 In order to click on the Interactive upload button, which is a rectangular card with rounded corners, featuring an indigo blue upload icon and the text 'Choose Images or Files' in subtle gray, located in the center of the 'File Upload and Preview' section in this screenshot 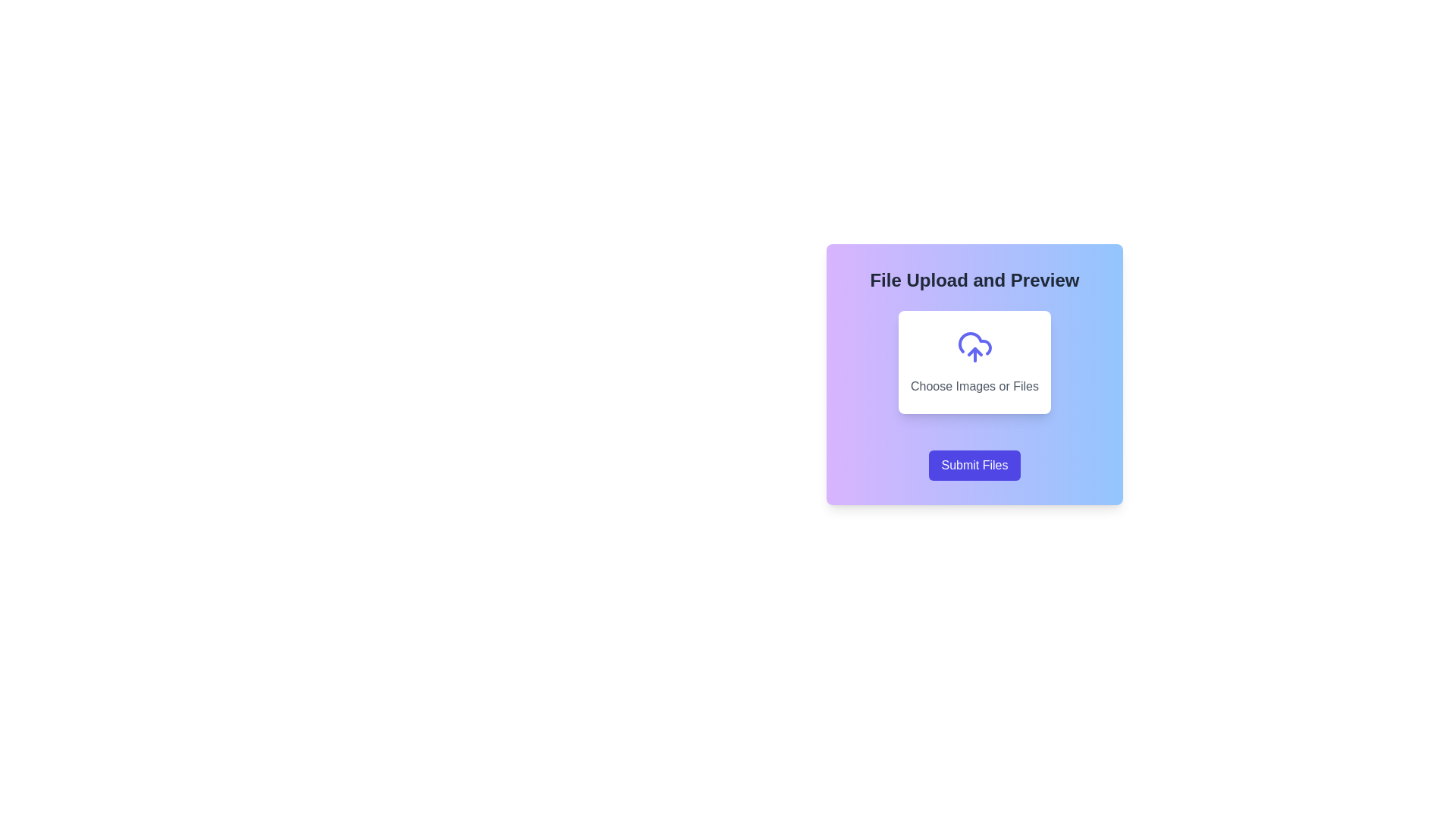, I will do `click(974, 362)`.